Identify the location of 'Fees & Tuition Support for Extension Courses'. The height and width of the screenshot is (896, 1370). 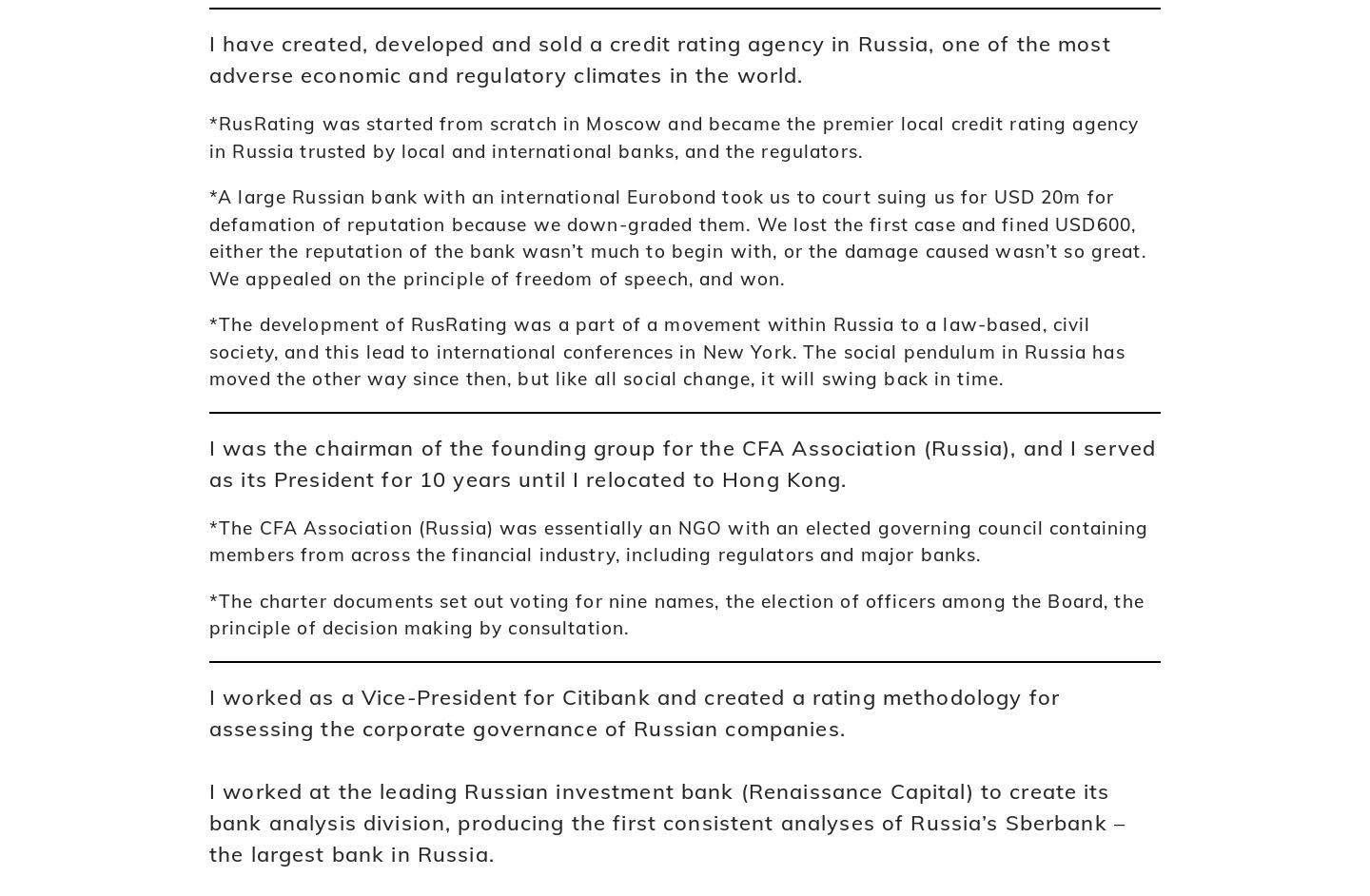
(1052, 458).